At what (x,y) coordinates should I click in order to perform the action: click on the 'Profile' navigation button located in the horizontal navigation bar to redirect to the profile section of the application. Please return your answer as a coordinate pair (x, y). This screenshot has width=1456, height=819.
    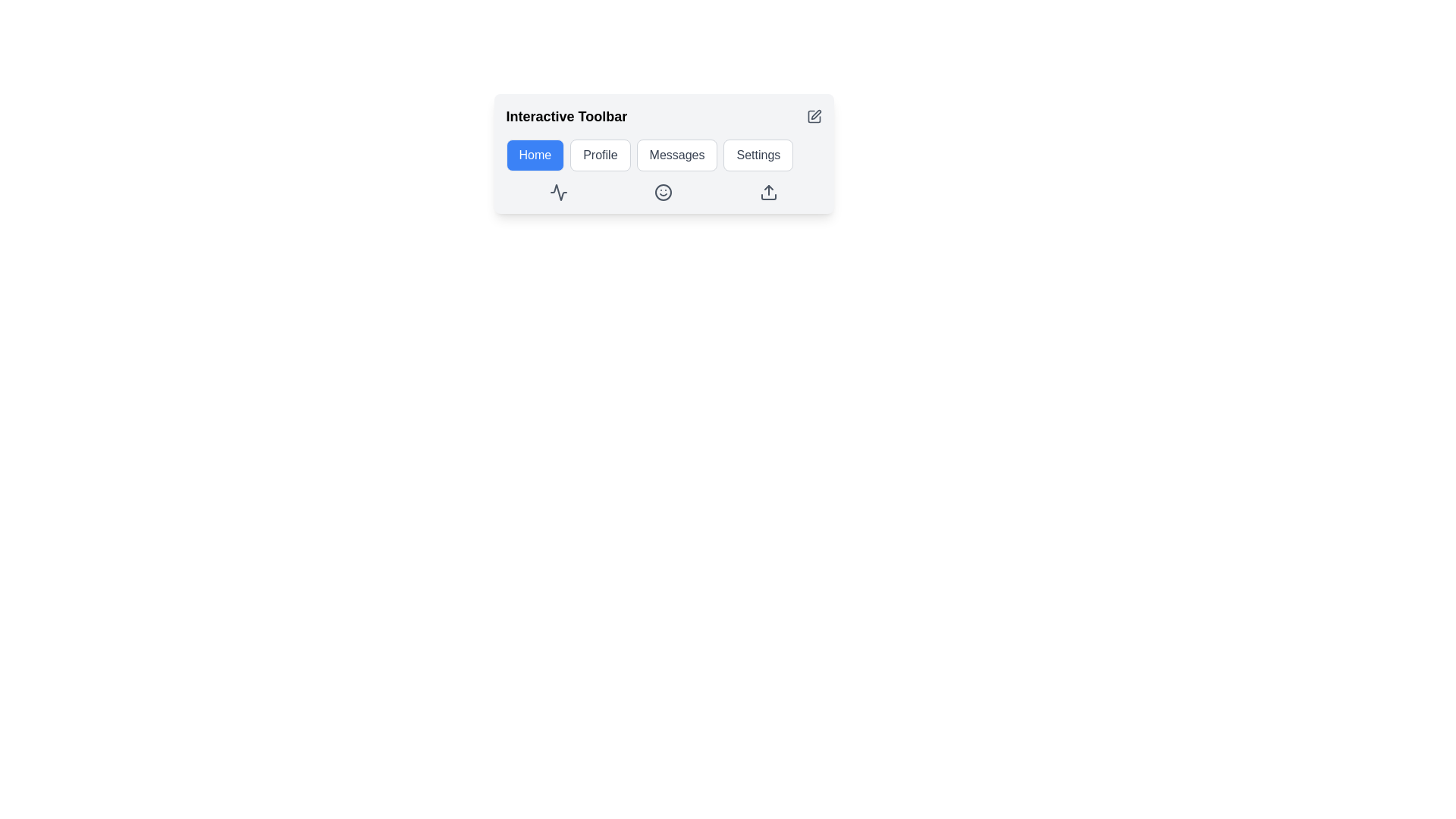
    Looking at the image, I should click on (599, 155).